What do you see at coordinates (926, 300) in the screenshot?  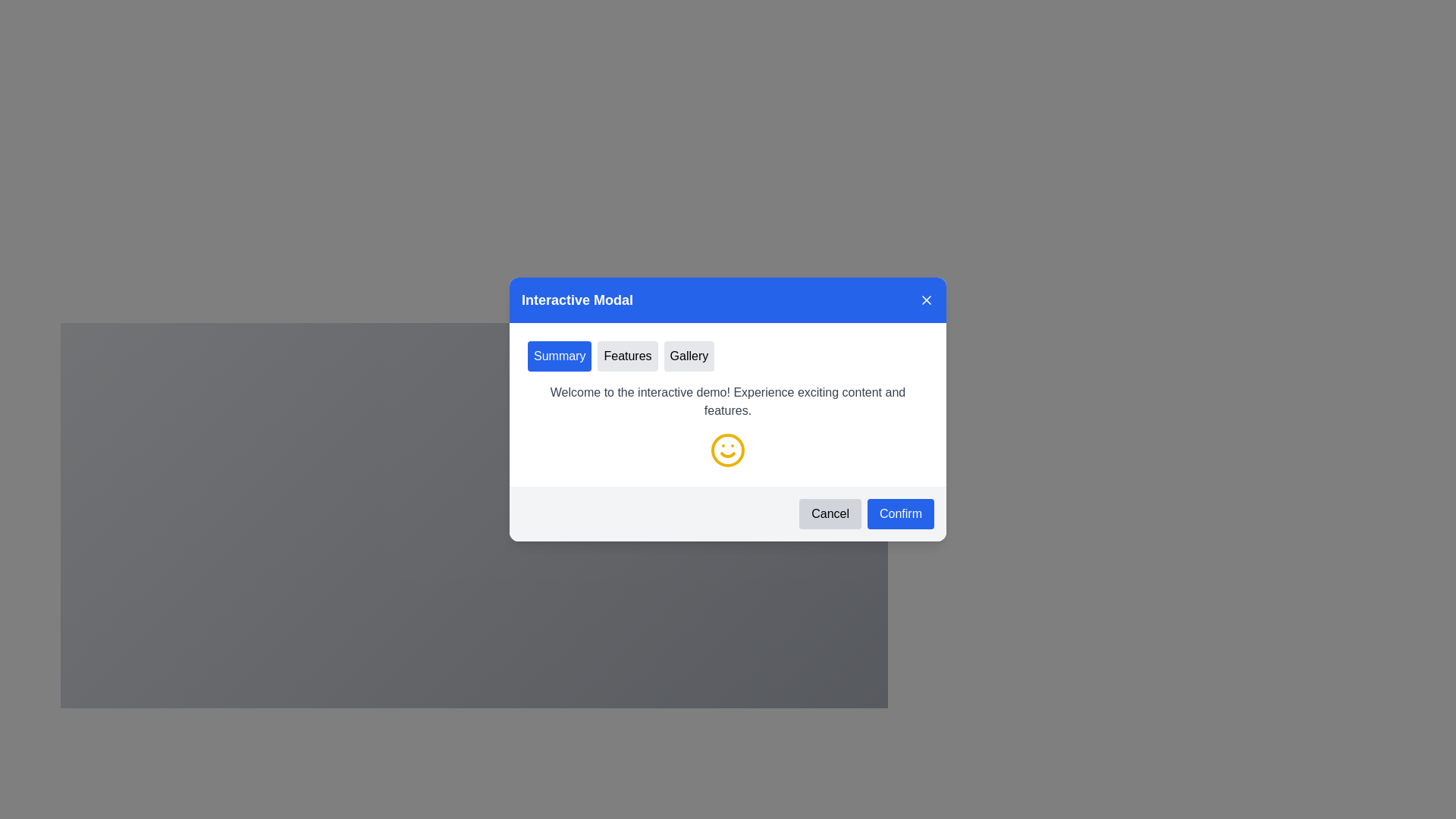 I see `the Close button located at the top-right corner of the modal` at bounding box center [926, 300].